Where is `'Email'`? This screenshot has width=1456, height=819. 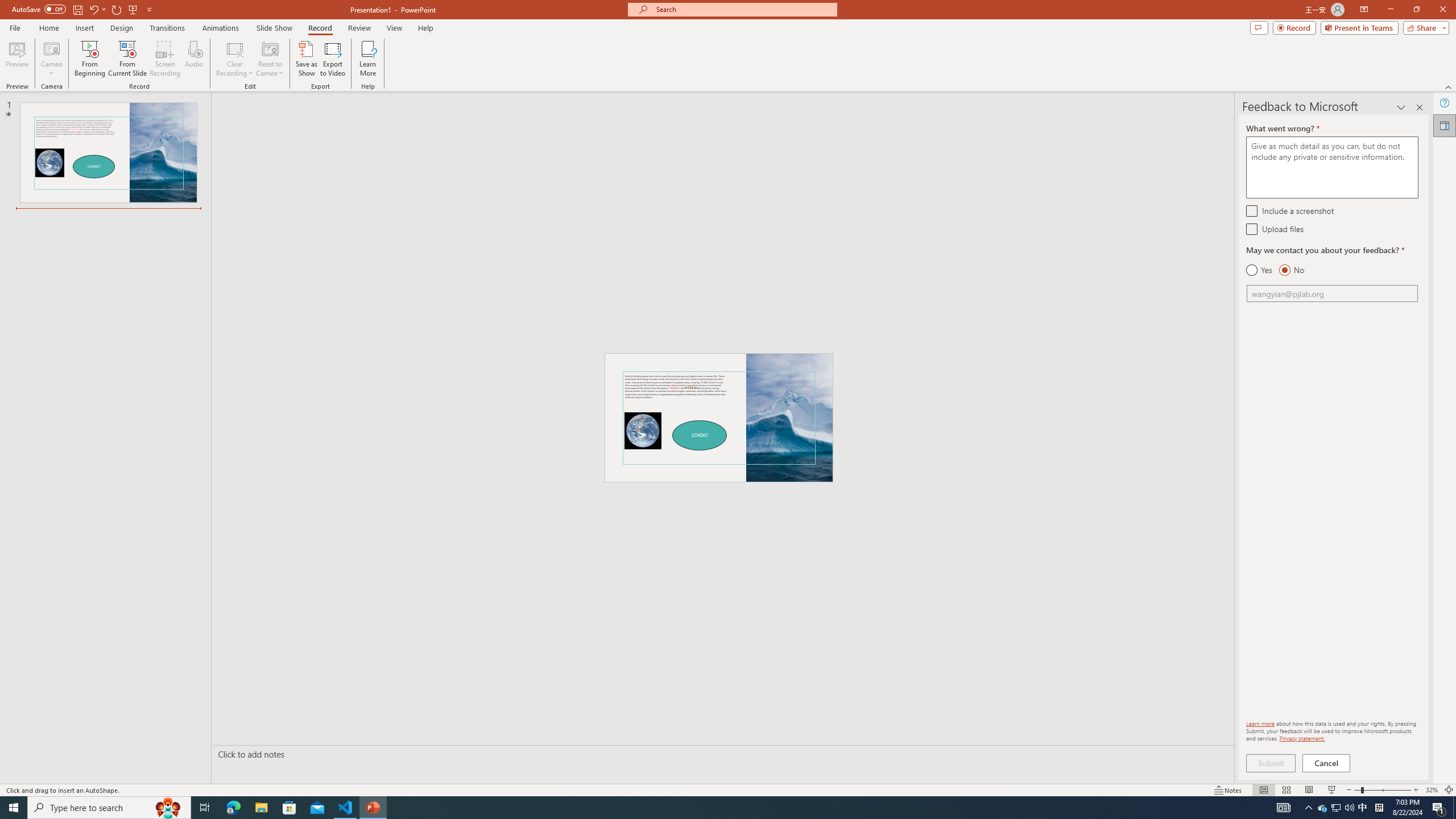
'Email' is located at coordinates (1331, 293).